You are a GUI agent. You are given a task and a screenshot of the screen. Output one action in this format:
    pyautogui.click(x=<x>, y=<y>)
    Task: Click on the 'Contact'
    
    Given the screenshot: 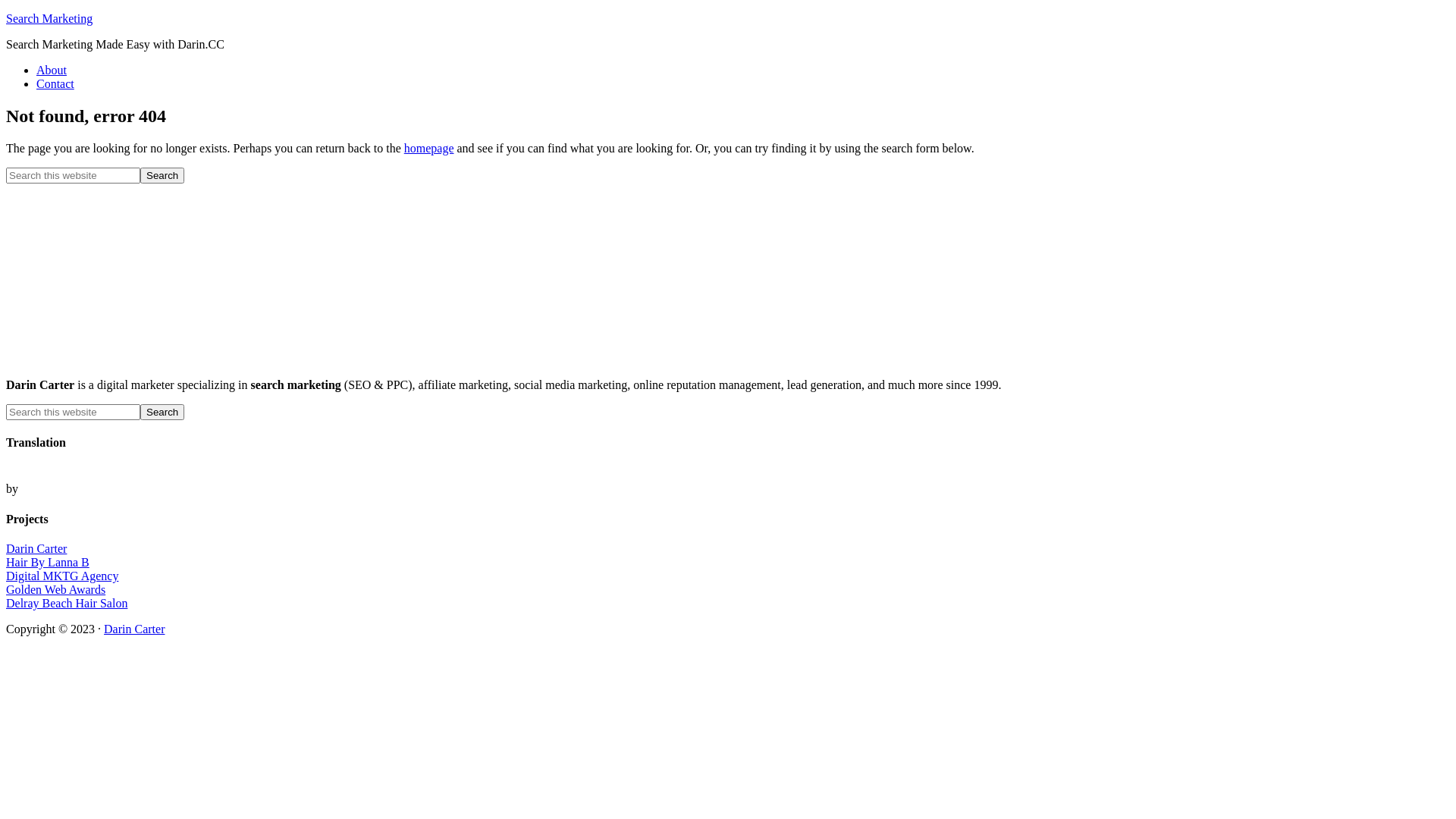 What is the action you would take?
    pyautogui.click(x=55, y=83)
    